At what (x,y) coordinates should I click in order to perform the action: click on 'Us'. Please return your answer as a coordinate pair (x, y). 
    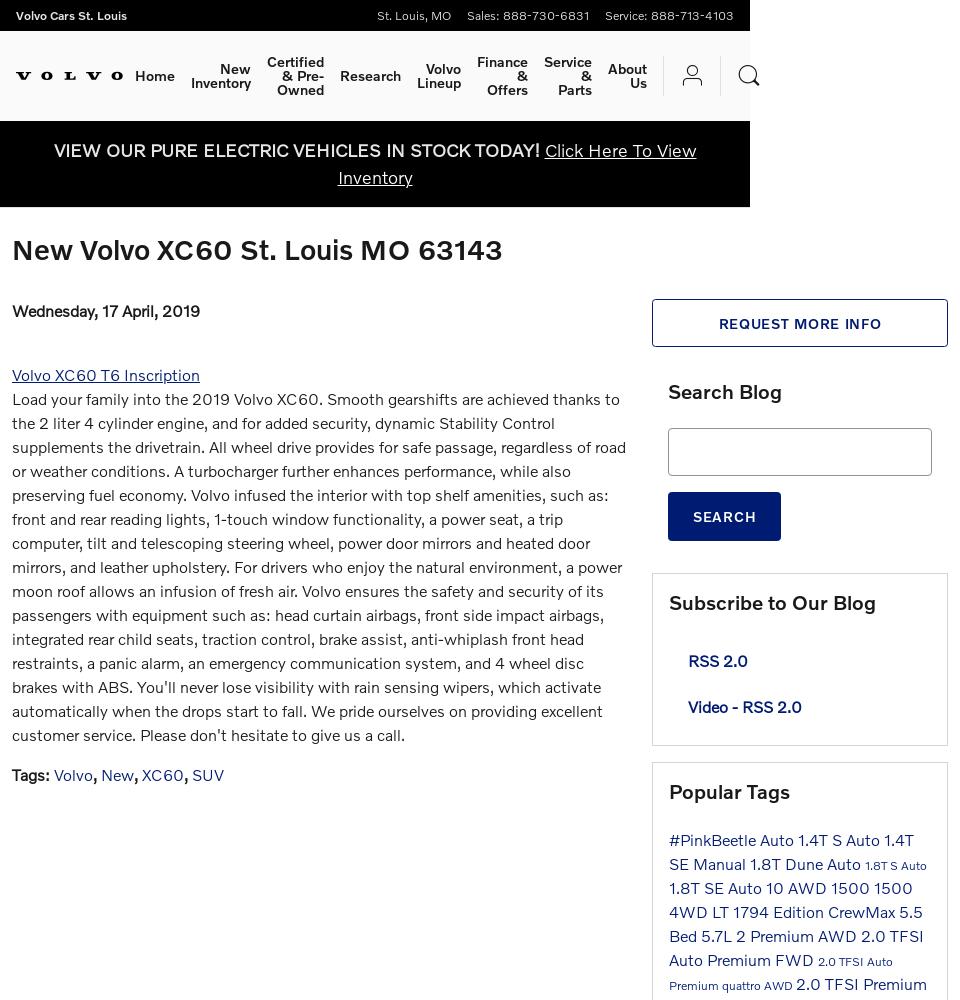
    Looking at the image, I should click on (637, 81).